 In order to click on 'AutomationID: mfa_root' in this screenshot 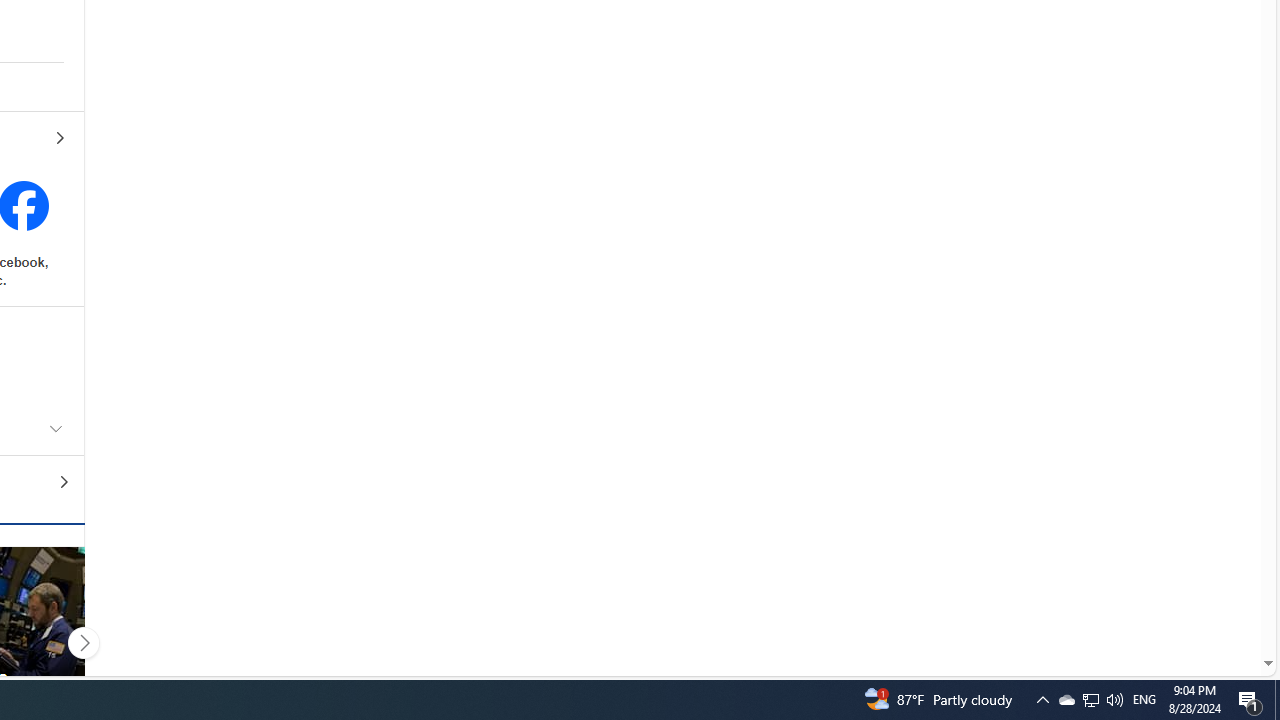, I will do `click(1192, 602)`.